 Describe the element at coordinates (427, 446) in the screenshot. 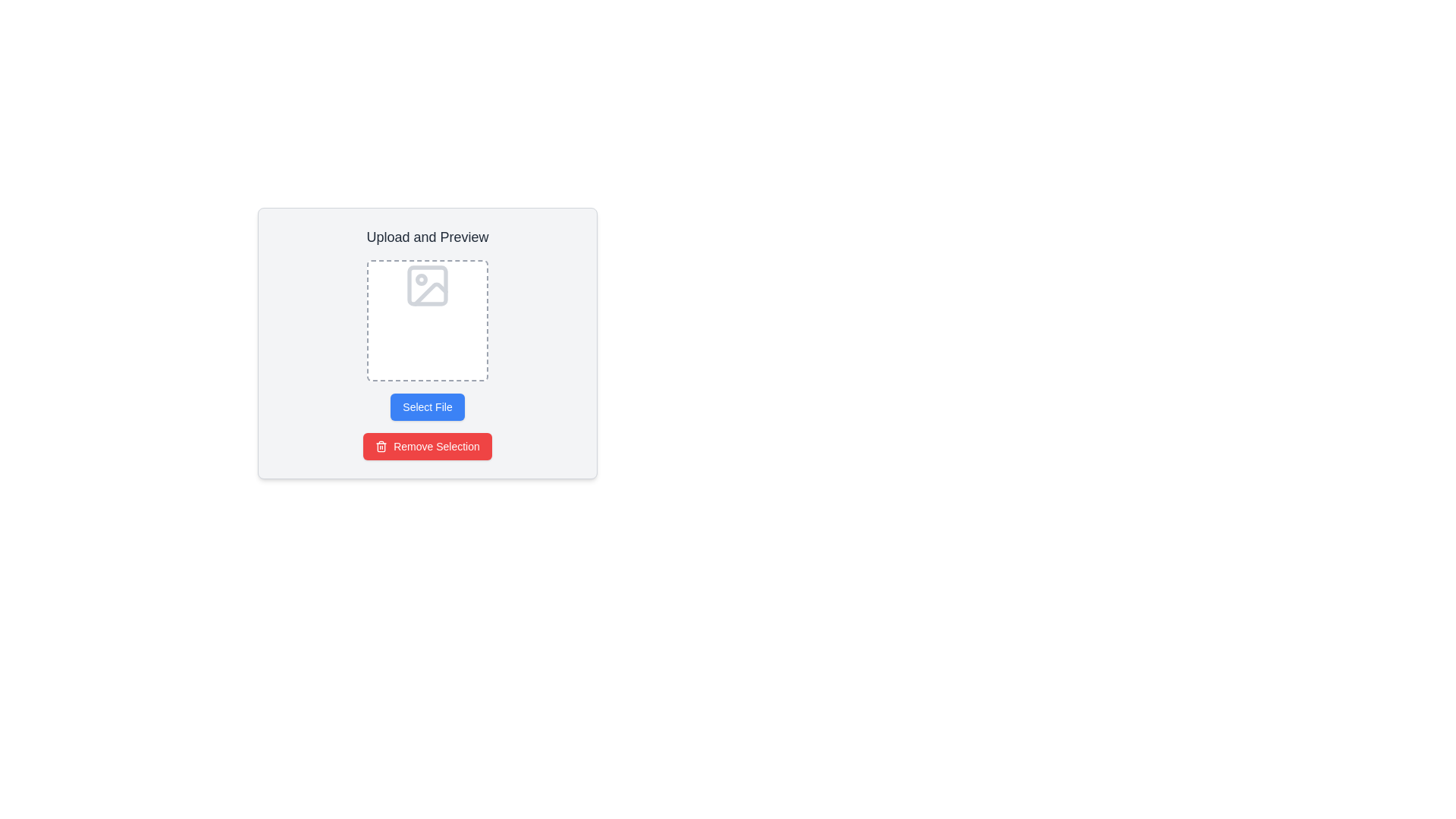

I see `the 'Remove Selection' button with a red background and a trash can icon` at that location.